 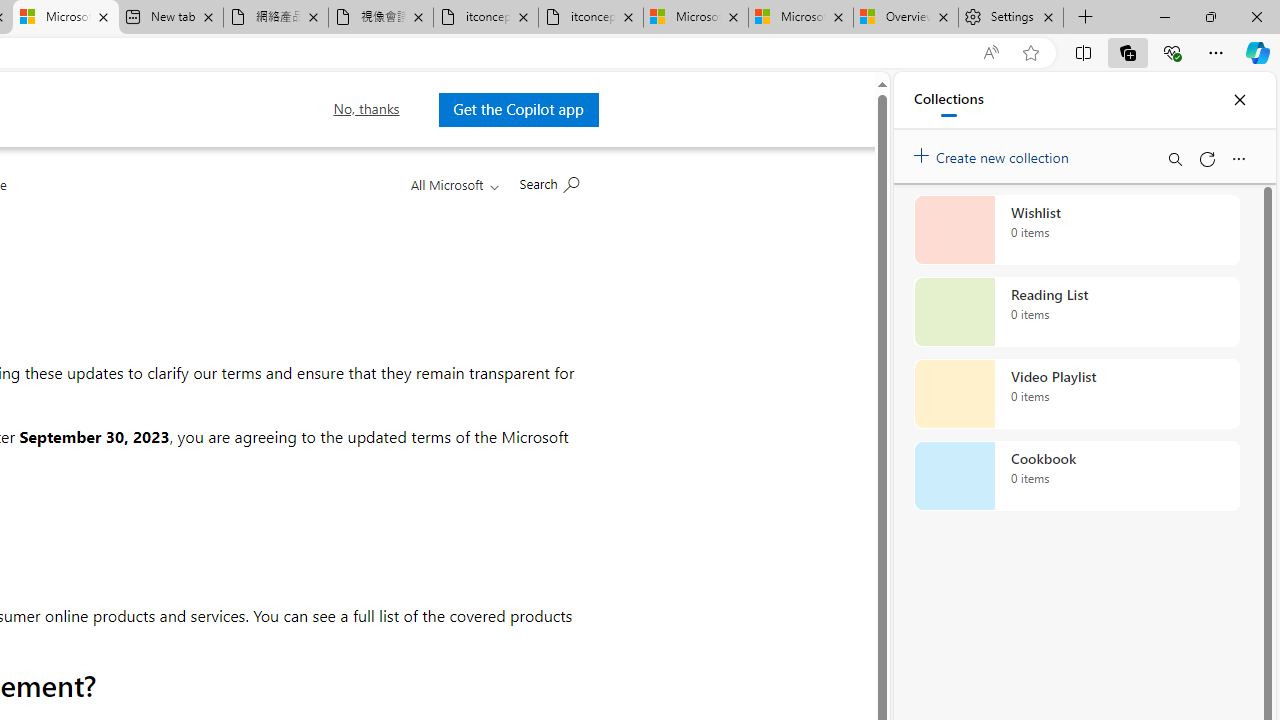 What do you see at coordinates (549, 182) in the screenshot?
I see `'Search Microsoft.com'` at bounding box center [549, 182].